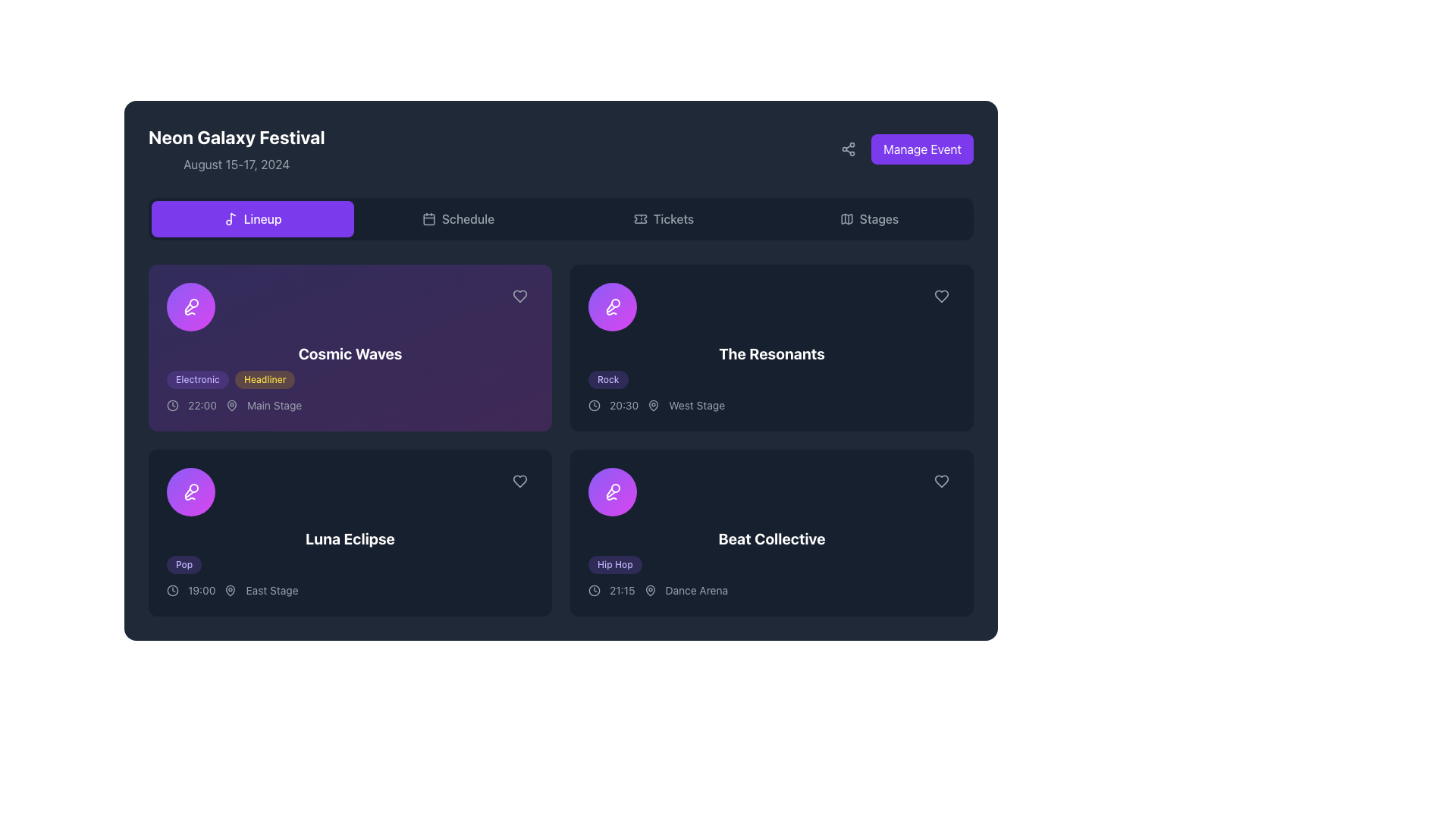 The width and height of the screenshot is (1456, 819). I want to click on the Icon button located in the top-right section of the second event card, adjacent to 'The Resonants' text, so click(612, 307).